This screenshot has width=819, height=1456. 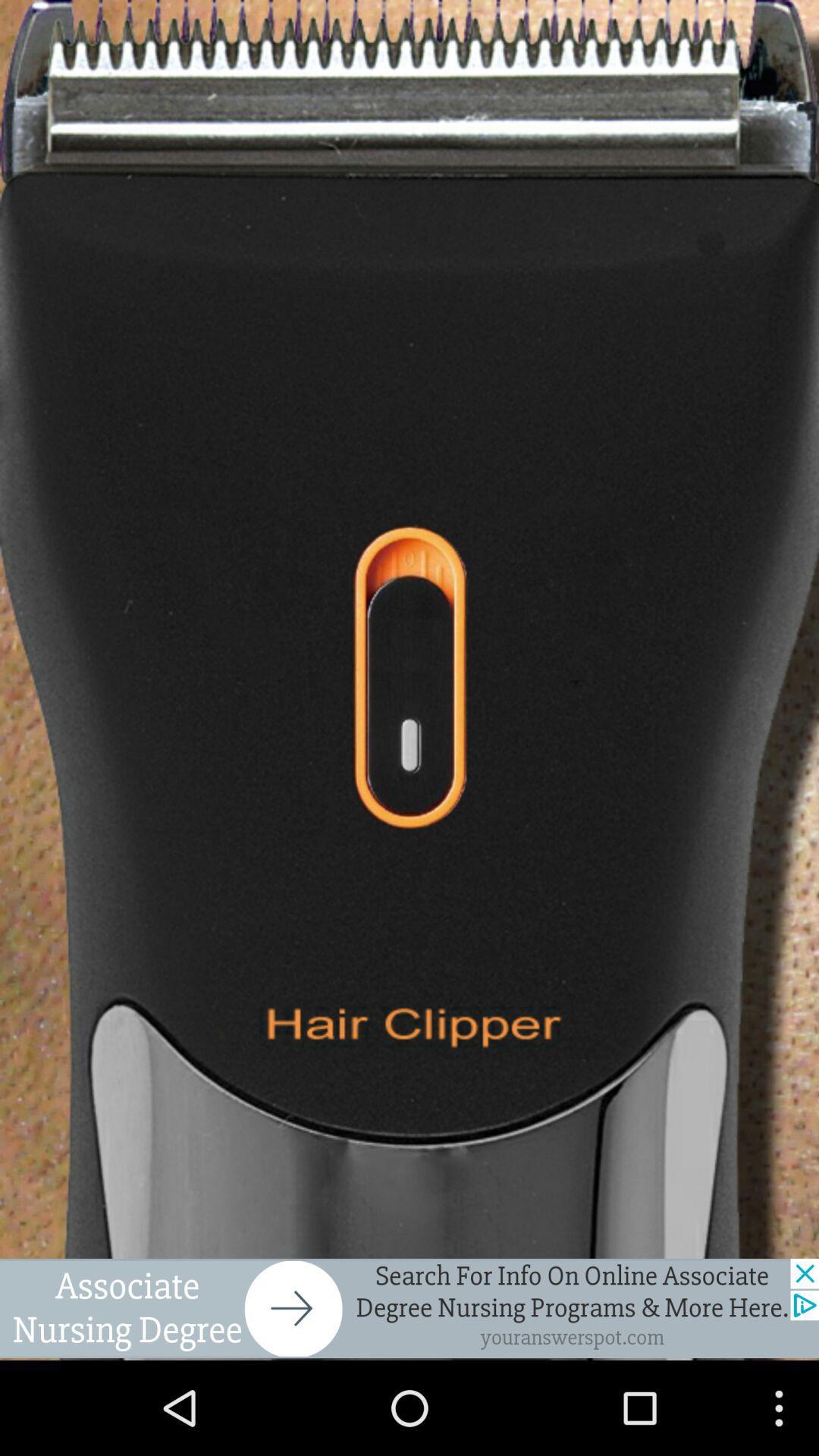 I want to click on open advertisement, so click(x=409, y=1307).